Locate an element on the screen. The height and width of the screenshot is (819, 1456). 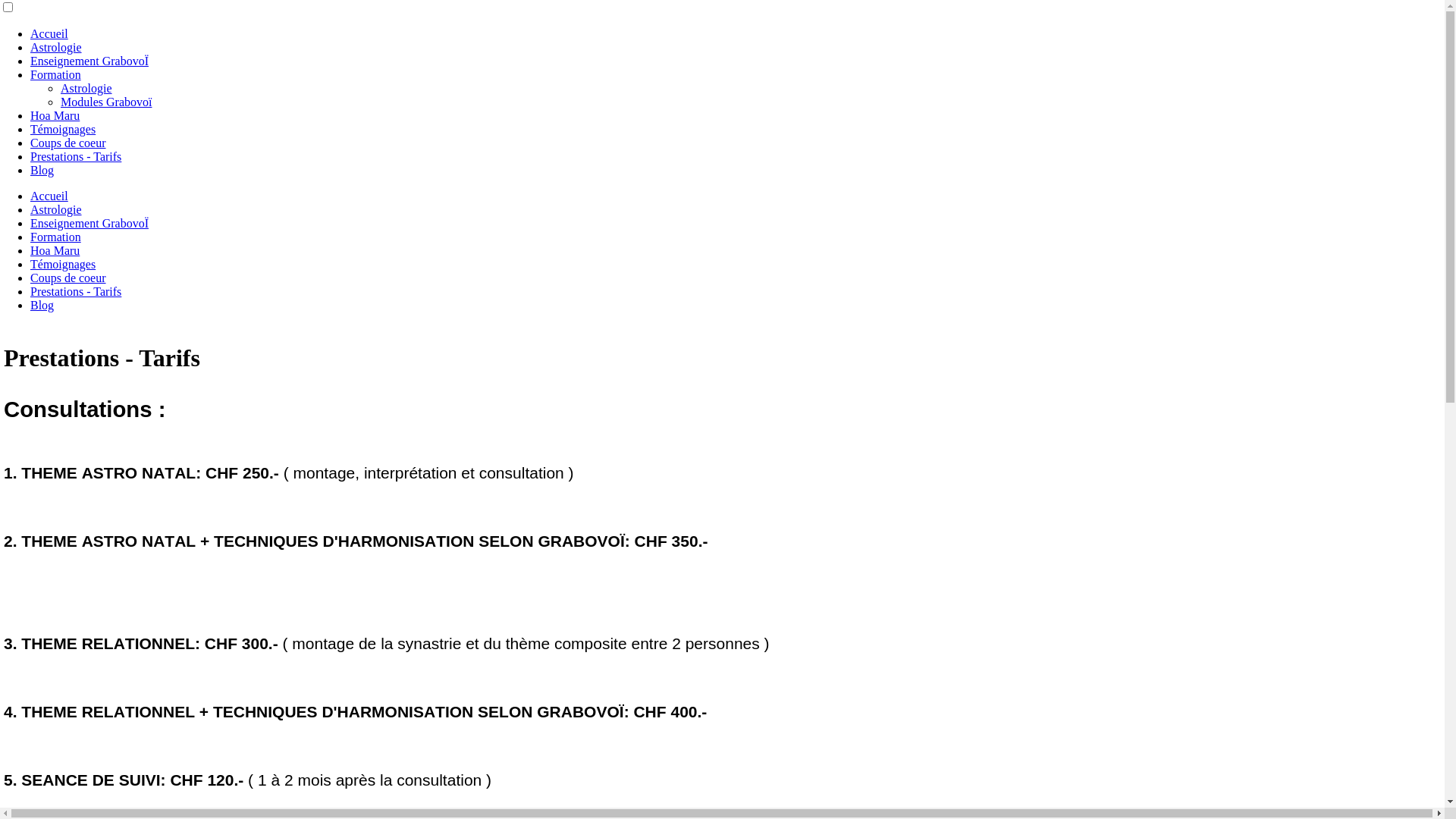
'Coups de coeur' is located at coordinates (30, 143).